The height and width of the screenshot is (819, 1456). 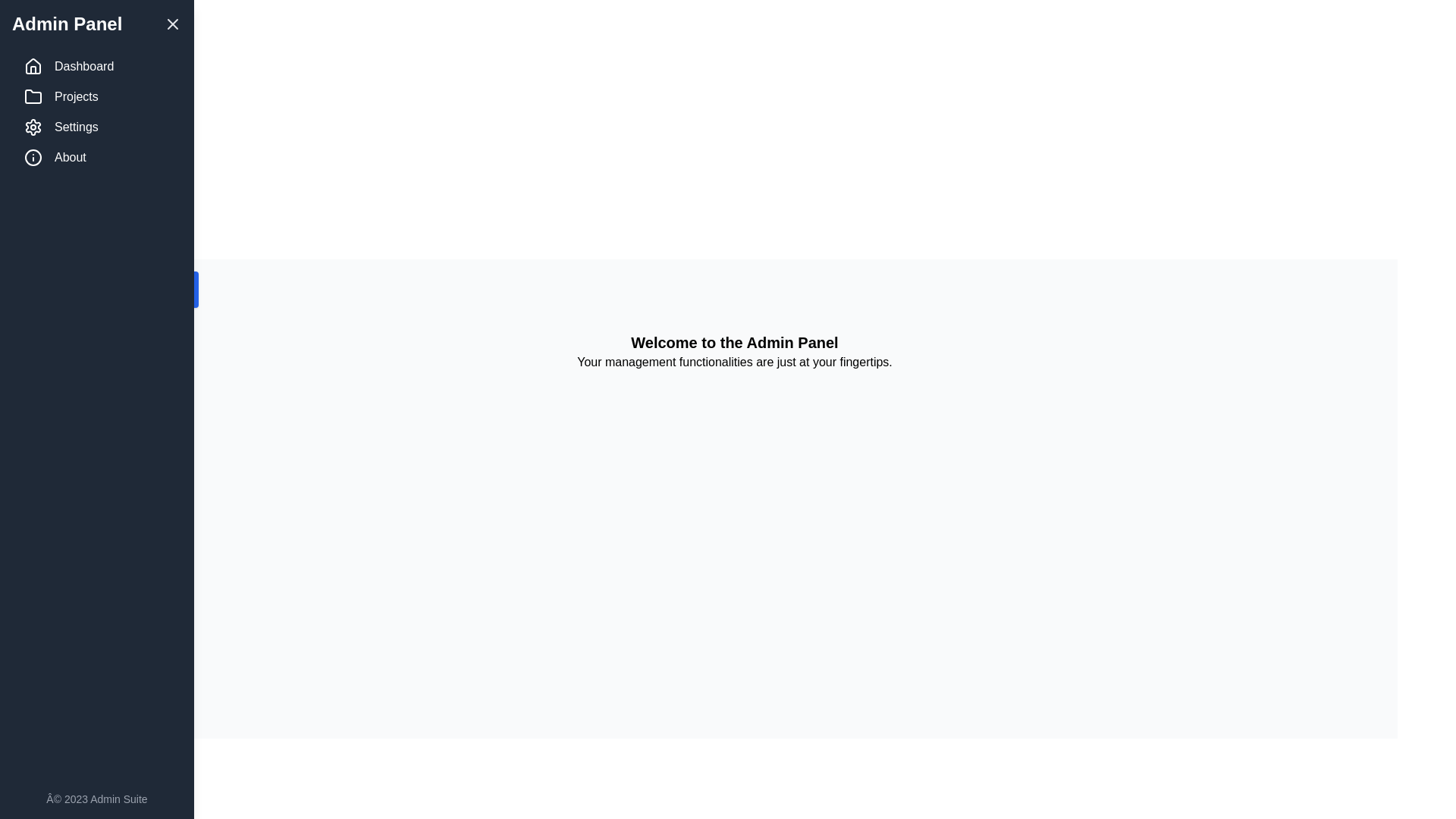 What do you see at coordinates (33, 127) in the screenshot?
I see `the gear icon located in the 'Settings' menu item in the vertical navigation bar` at bounding box center [33, 127].